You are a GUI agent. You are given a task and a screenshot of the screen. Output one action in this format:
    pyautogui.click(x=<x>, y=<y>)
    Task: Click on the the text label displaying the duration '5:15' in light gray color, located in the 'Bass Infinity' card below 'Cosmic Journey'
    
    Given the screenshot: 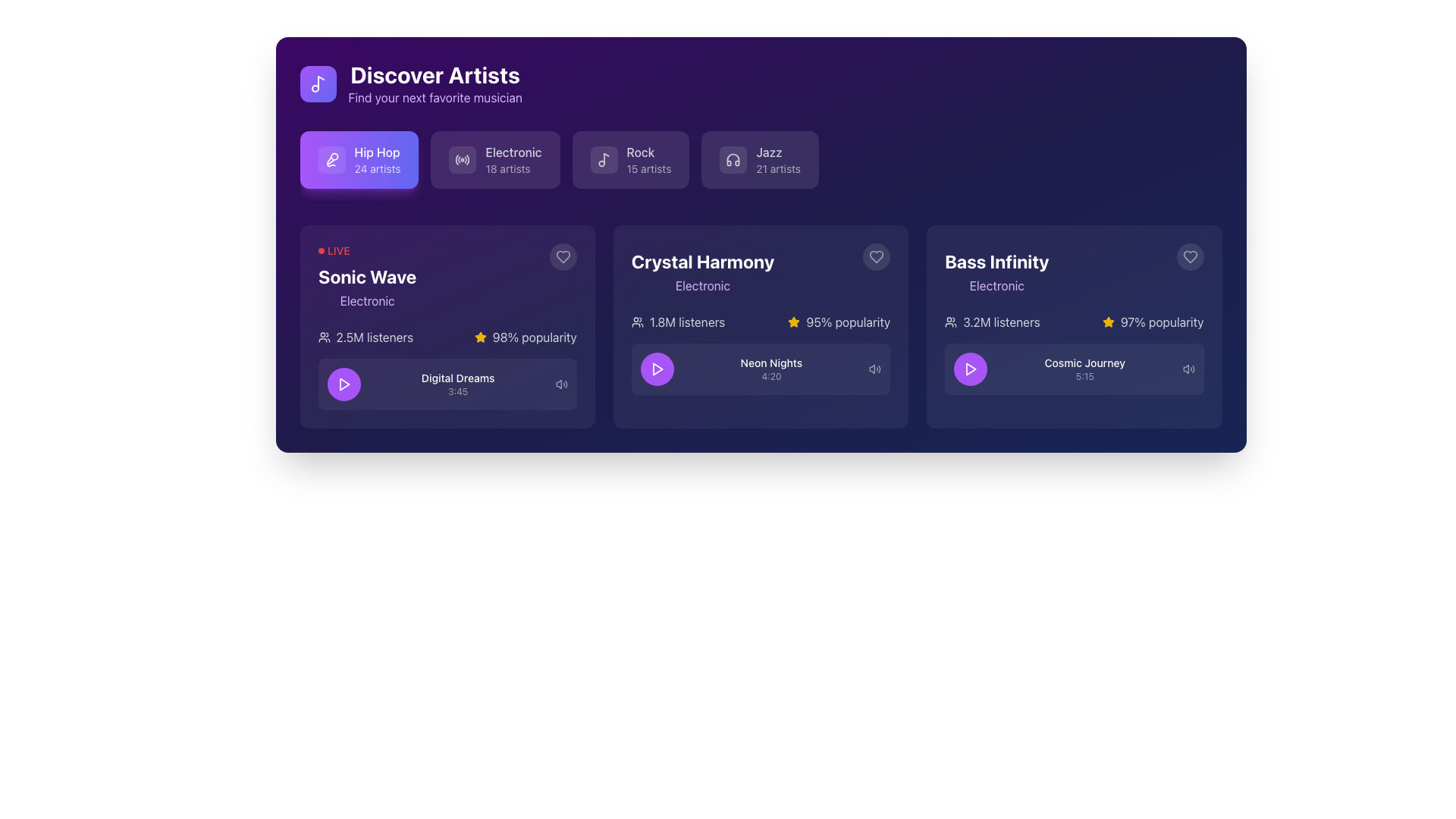 What is the action you would take?
    pyautogui.click(x=1084, y=376)
    